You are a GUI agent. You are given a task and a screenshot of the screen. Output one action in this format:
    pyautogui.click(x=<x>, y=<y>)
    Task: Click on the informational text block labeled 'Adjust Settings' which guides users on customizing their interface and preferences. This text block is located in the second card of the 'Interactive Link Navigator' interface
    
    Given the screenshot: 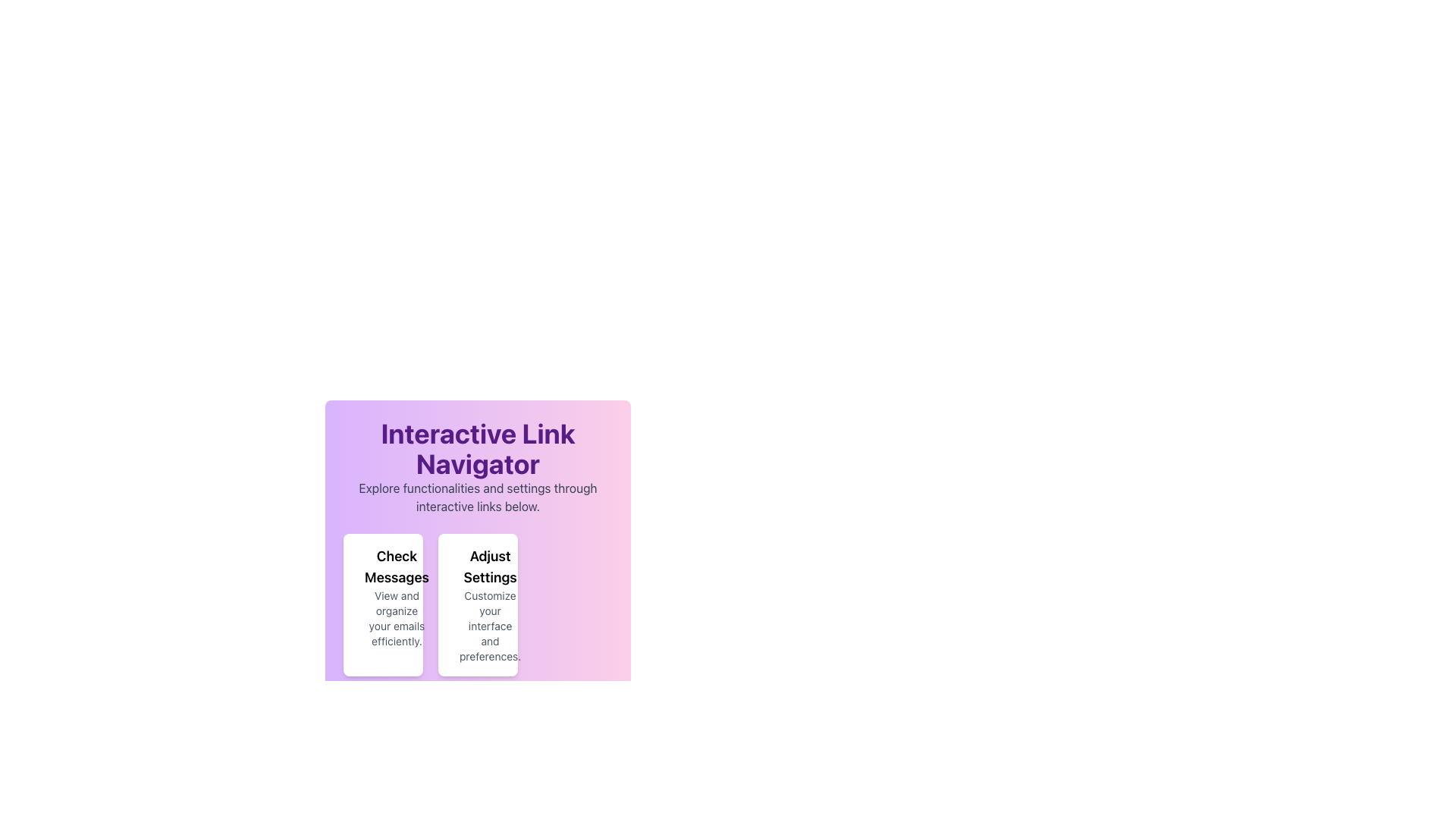 What is the action you would take?
    pyautogui.click(x=490, y=604)
    